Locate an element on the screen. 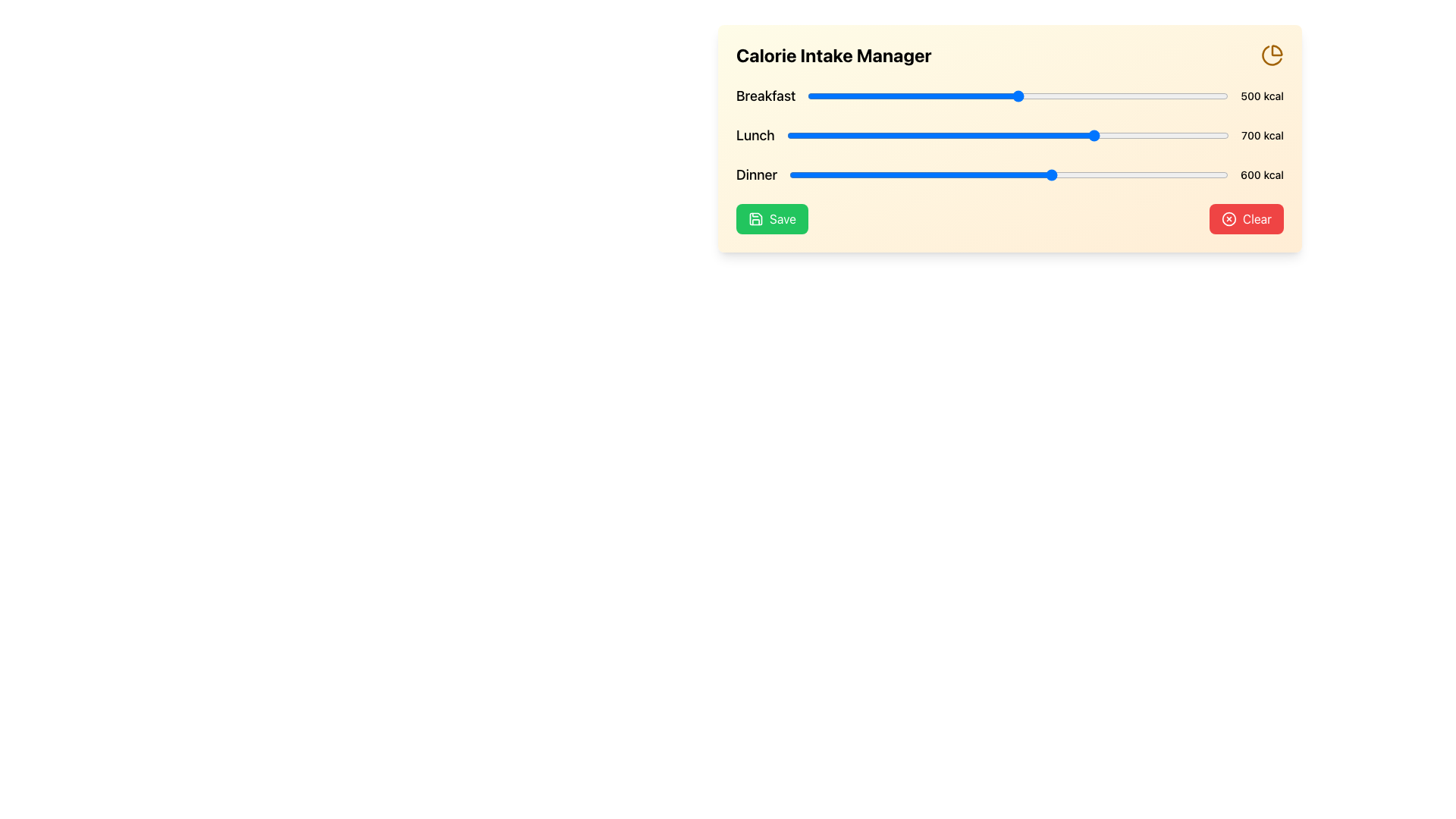 The height and width of the screenshot is (819, 1456). the 'Dinner' label which identifies the associated meal type for the nearby progress bar and calorie count is located at coordinates (757, 174).